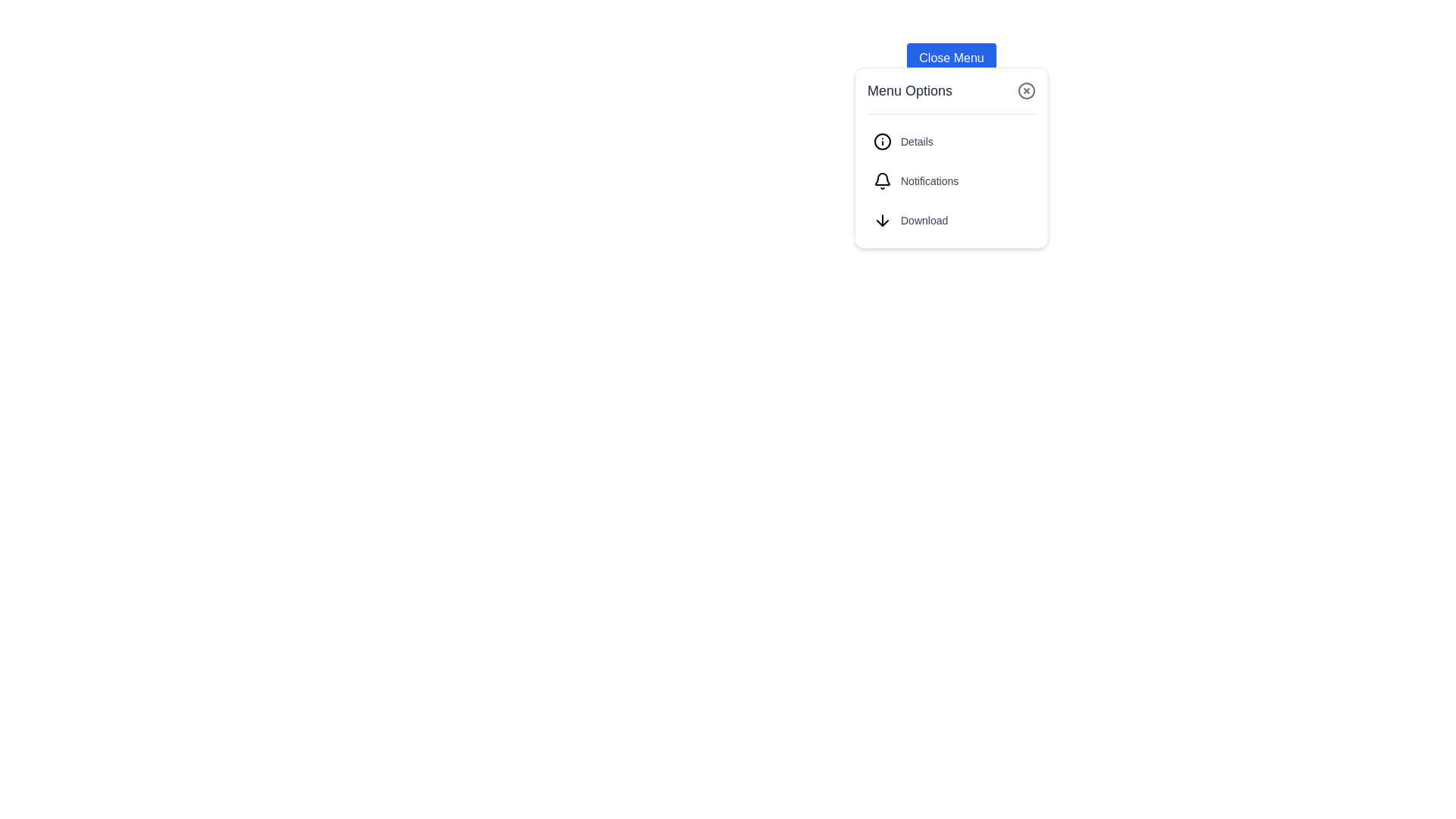 The image size is (1456, 819). What do you see at coordinates (882, 141) in the screenshot?
I see `the circular 'info' icon located within the 'Details' menu item, positioned towards the top left adjacent to the 'Details' text` at bounding box center [882, 141].